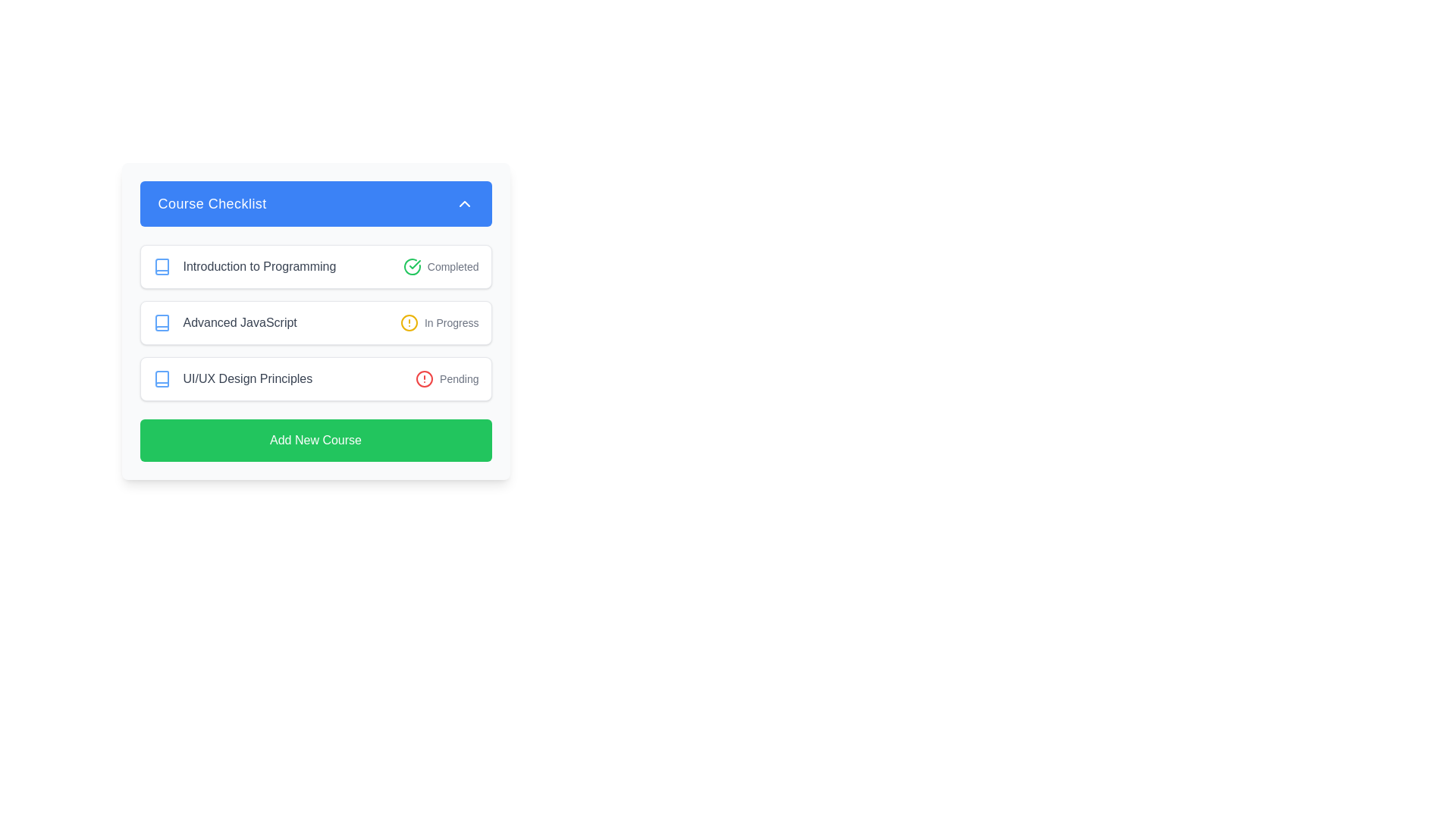 The width and height of the screenshot is (1456, 819). I want to click on the blue book icon located to the left of the text 'Introduction to Programming' in the itemized list, so click(162, 265).